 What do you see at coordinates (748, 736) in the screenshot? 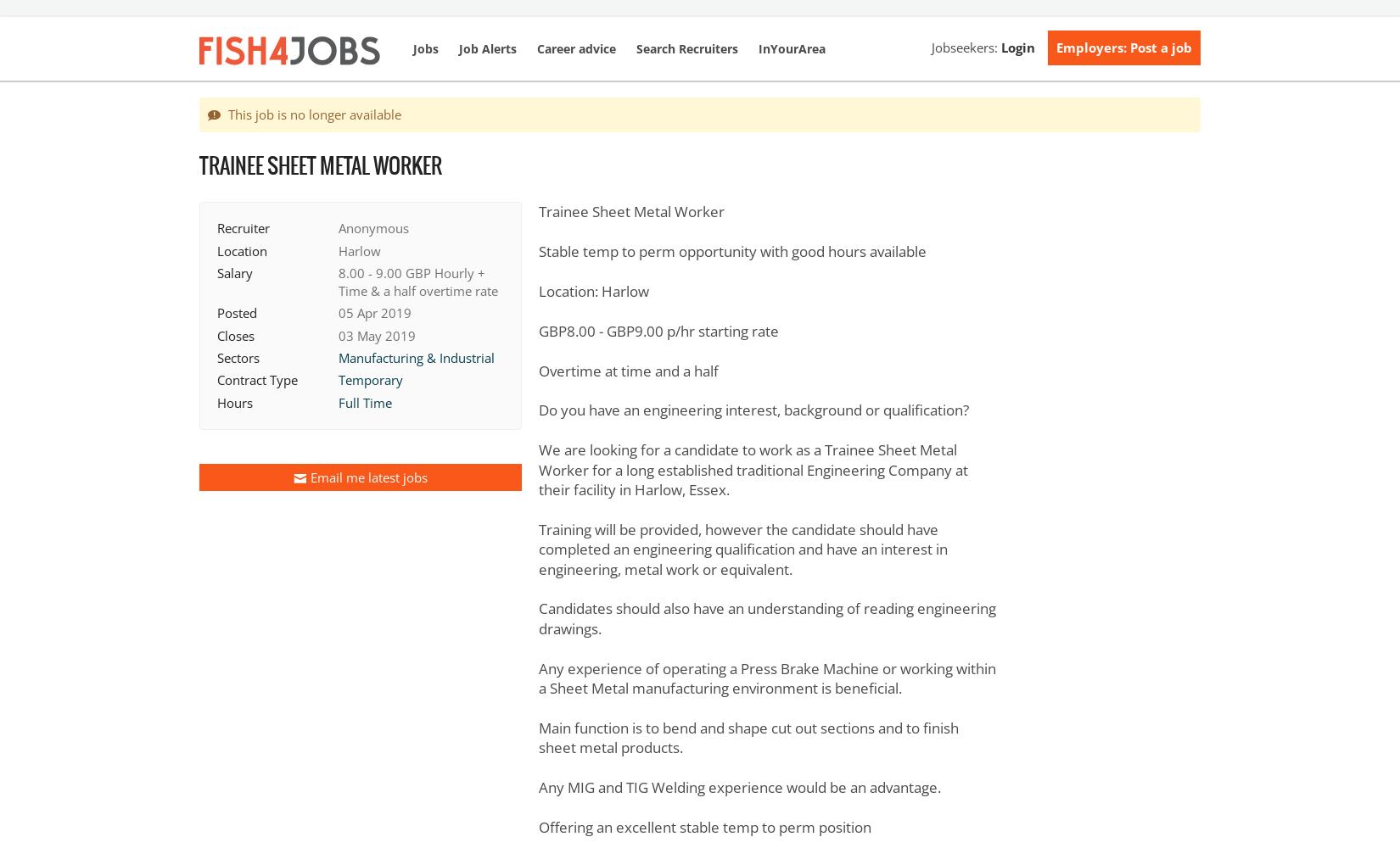
I see `'Main function is to bend and shape cut out sections and to finish sheet metal products.'` at bounding box center [748, 736].